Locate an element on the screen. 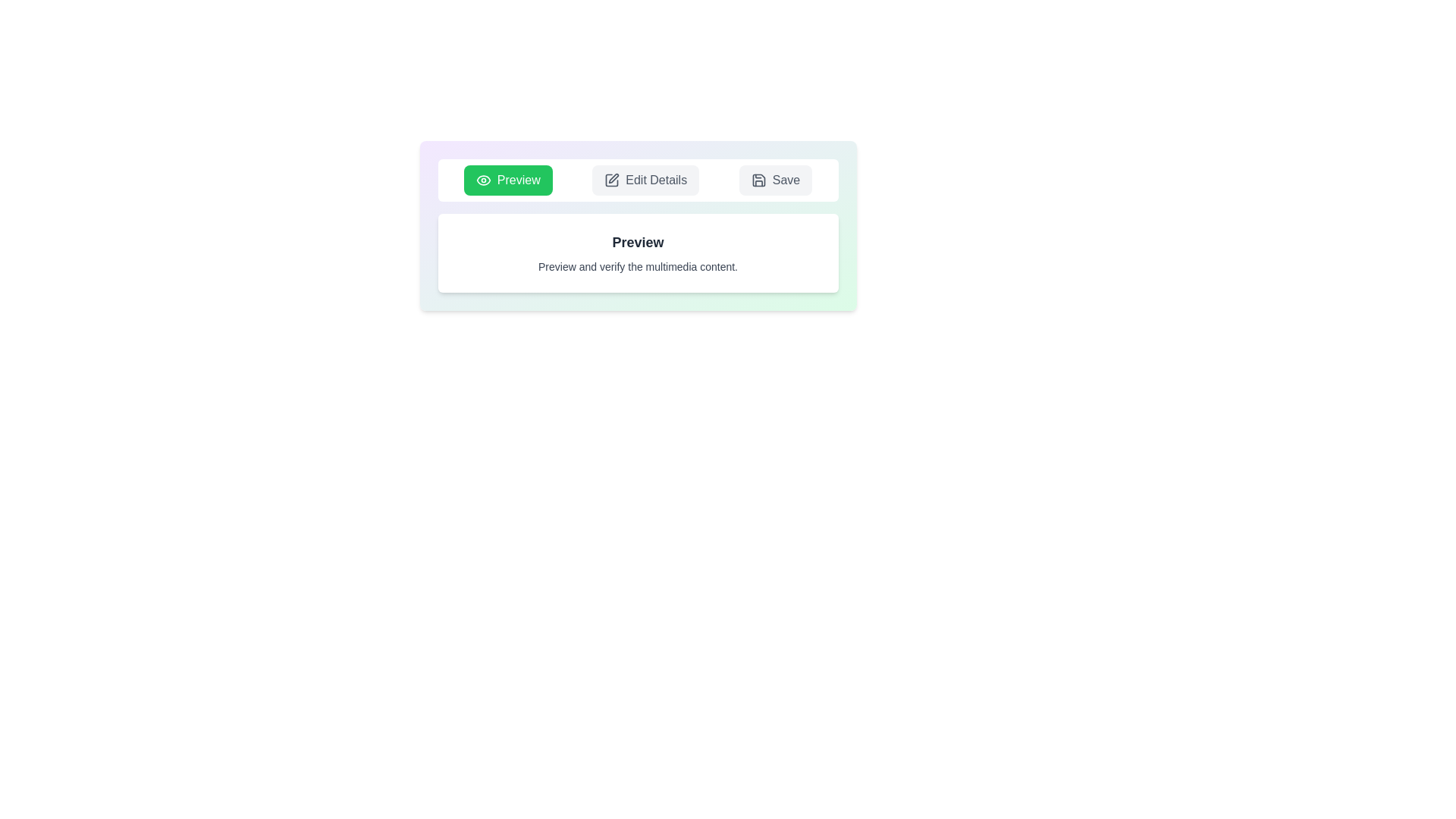 The height and width of the screenshot is (819, 1456). the tab named Save to select its text is located at coordinates (775, 180).